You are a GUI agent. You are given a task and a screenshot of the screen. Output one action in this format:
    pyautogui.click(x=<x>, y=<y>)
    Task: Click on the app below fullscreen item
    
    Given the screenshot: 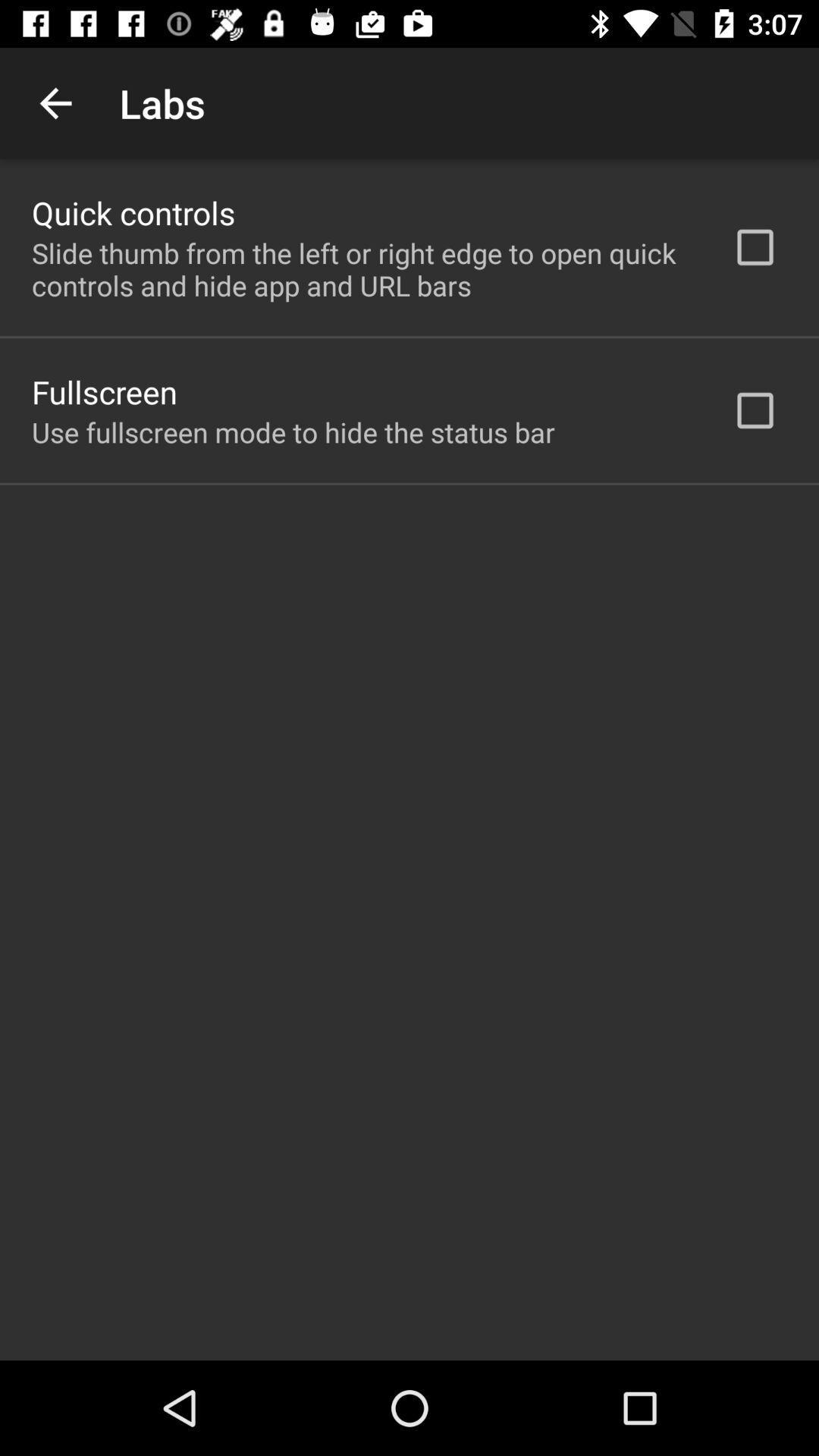 What is the action you would take?
    pyautogui.click(x=293, y=431)
    